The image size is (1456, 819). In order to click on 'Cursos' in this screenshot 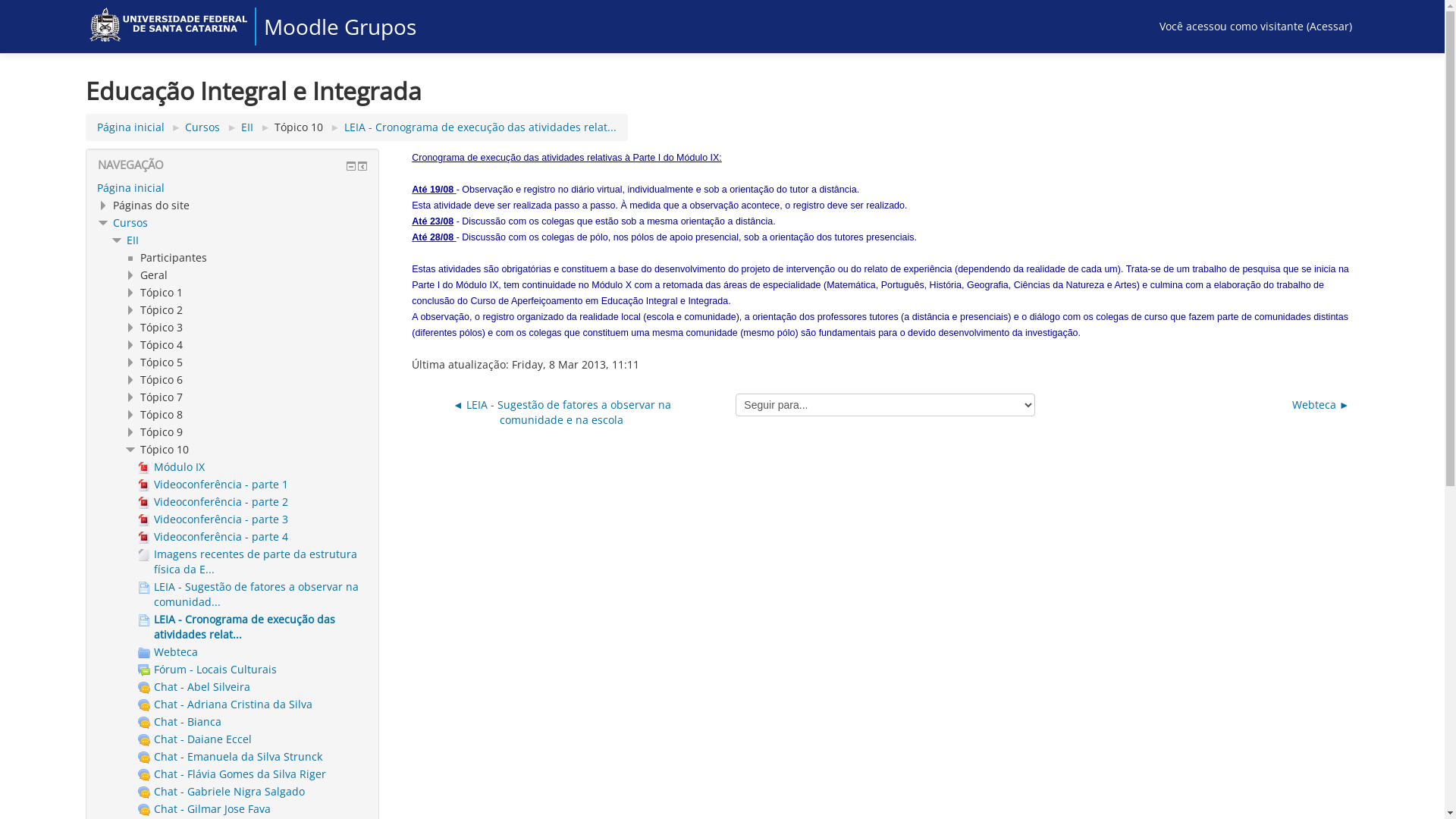, I will do `click(202, 126)`.